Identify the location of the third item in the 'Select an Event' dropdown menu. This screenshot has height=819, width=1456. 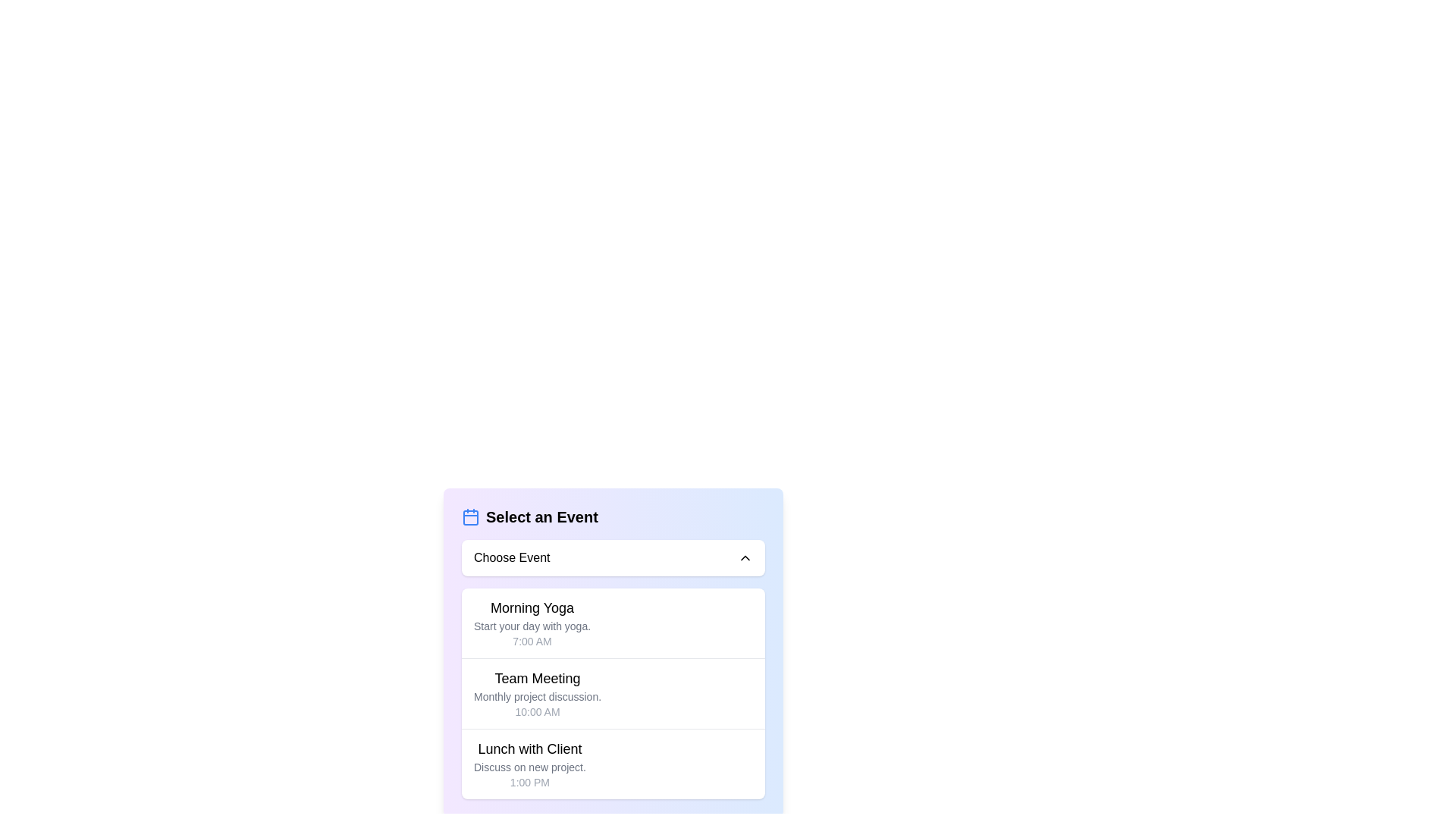
(613, 763).